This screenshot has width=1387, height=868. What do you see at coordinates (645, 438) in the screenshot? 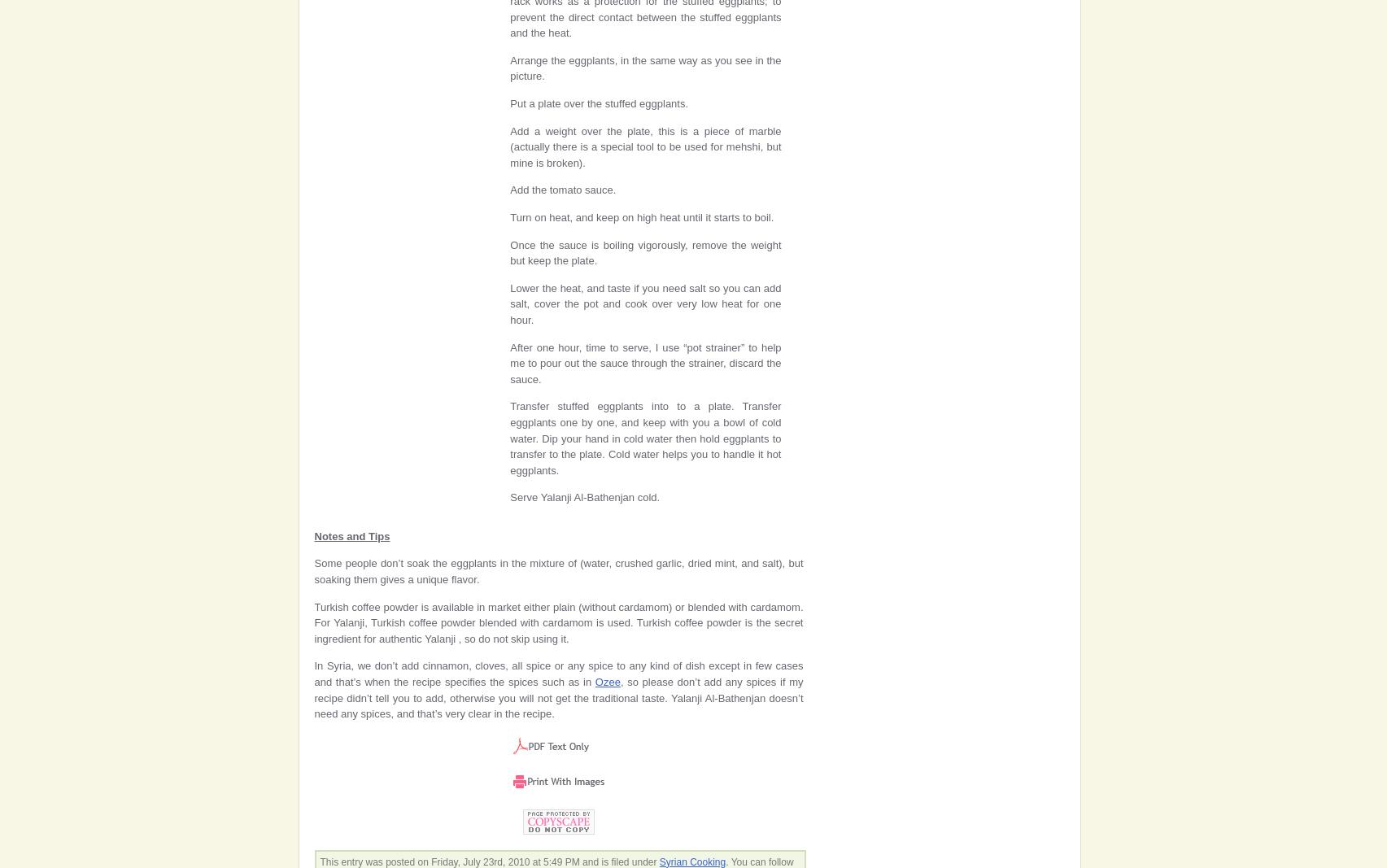
I see `'Transfer stuffed eggplants into to a plate. Transfer eggplants one by one, and keep with you a bowl of cold water. Dip your hand in cold water then hold eggplants to transfer to the plate. Cold water helps you to handle it hot eggplants.'` at bounding box center [645, 438].